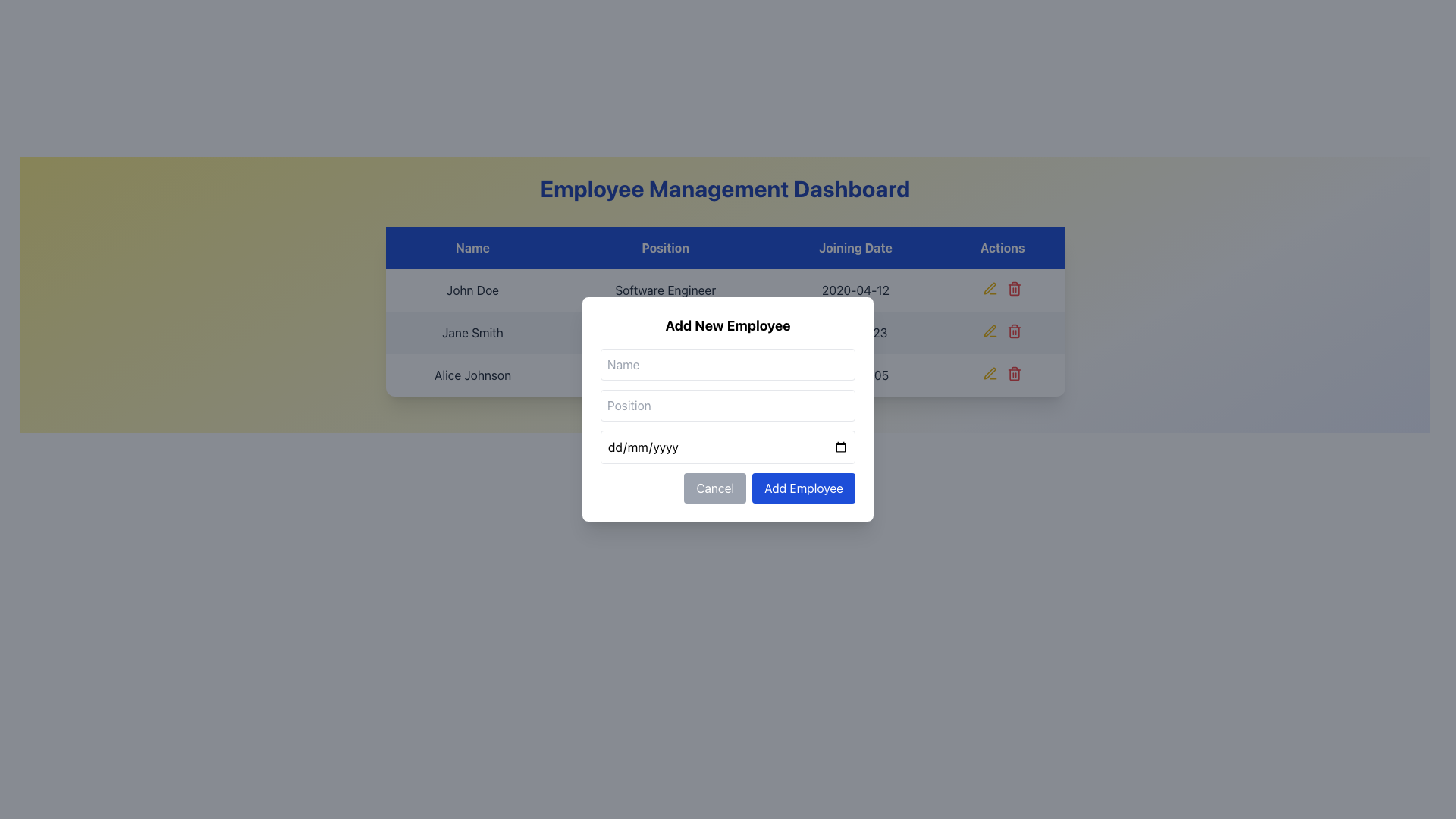 The width and height of the screenshot is (1456, 819). Describe the element at coordinates (472, 375) in the screenshot. I see `the text label displaying 'Alice Johnson', which is located in the first cell of the employee data table under the 'Name' column header` at that location.